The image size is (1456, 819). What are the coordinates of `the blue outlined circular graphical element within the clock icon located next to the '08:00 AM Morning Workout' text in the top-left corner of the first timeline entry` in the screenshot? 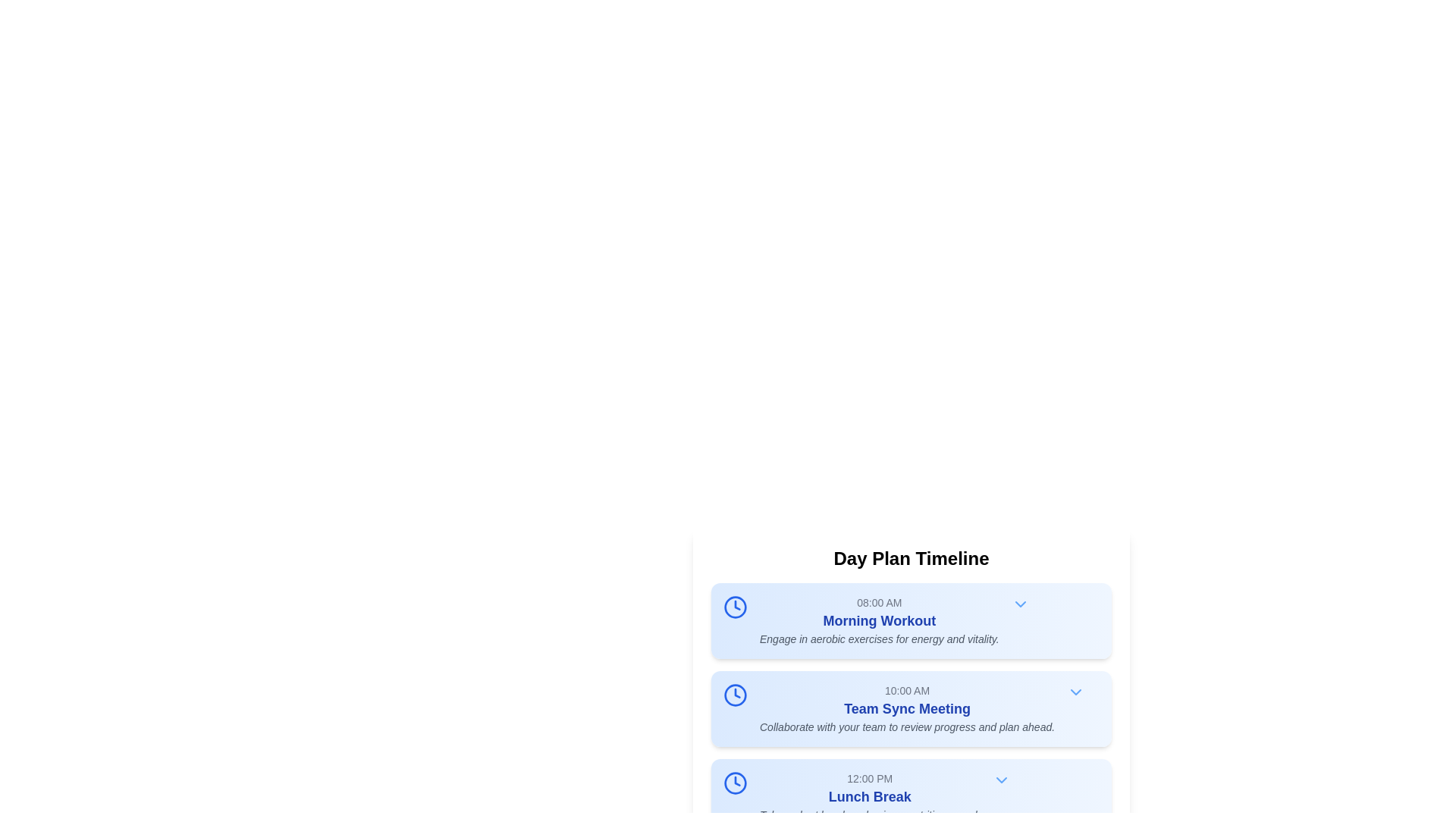 It's located at (735, 607).